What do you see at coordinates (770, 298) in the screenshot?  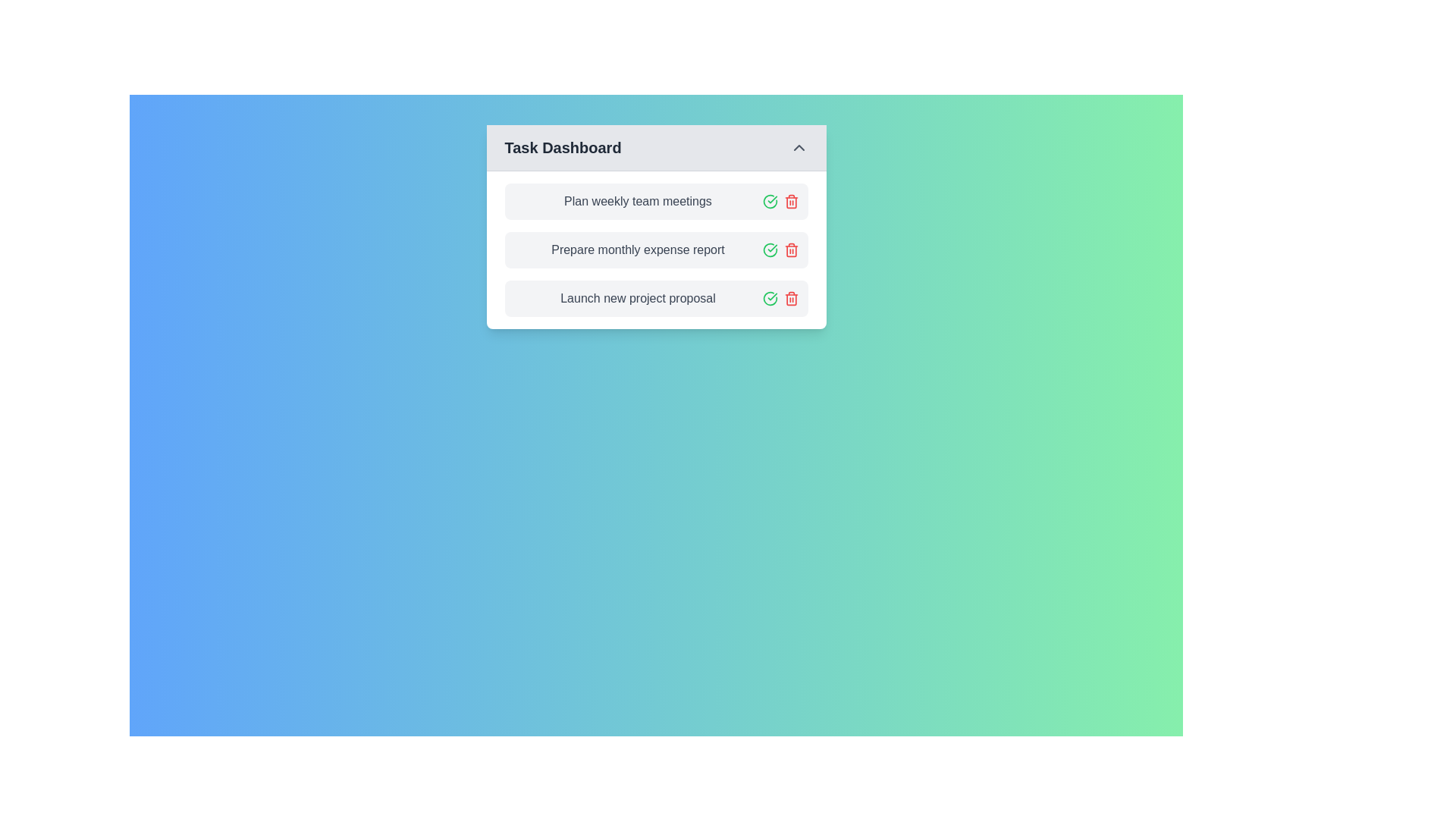 I see `the green circular icon with a checkmark beside the task labeled 'Launch new project proposal' to confirm the task` at bounding box center [770, 298].